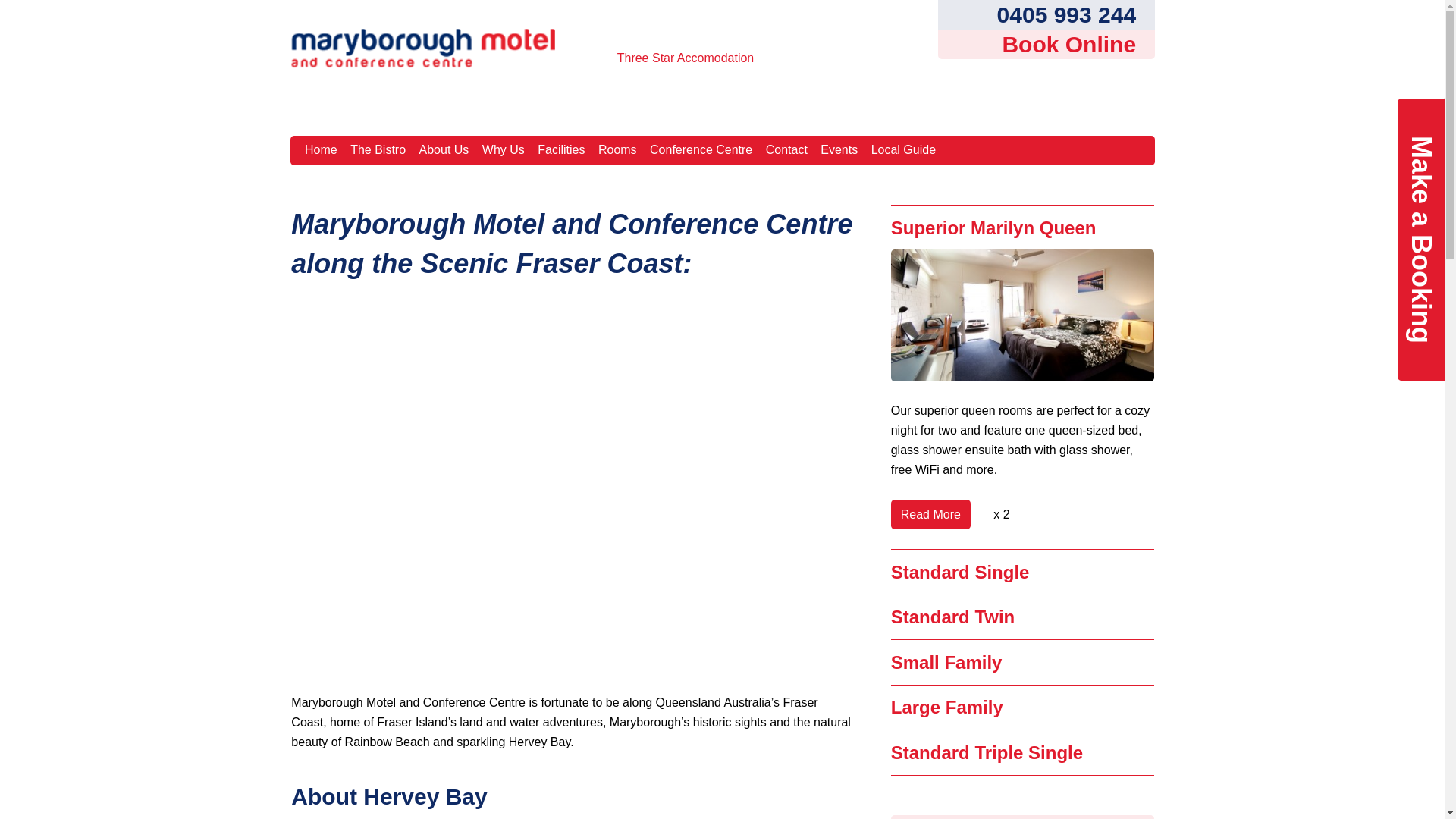 Image resolution: width=1456 pixels, height=819 pixels. What do you see at coordinates (378, 150) in the screenshot?
I see `'The Bistro'` at bounding box center [378, 150].